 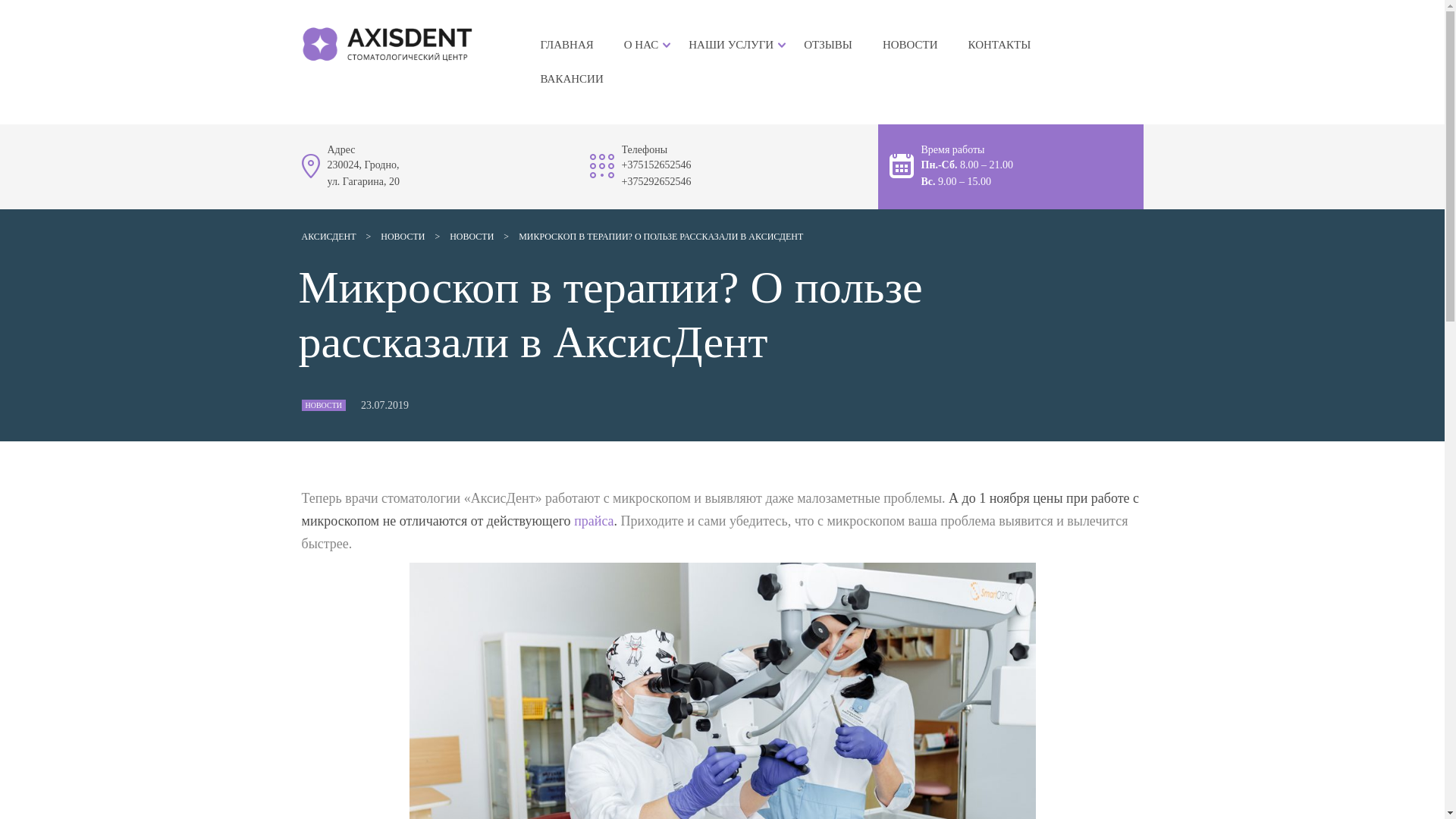 What do you see at coordinates (656, 180) in the screenshot?
I see `'+375292652546'` at bounding box center [656, 180].